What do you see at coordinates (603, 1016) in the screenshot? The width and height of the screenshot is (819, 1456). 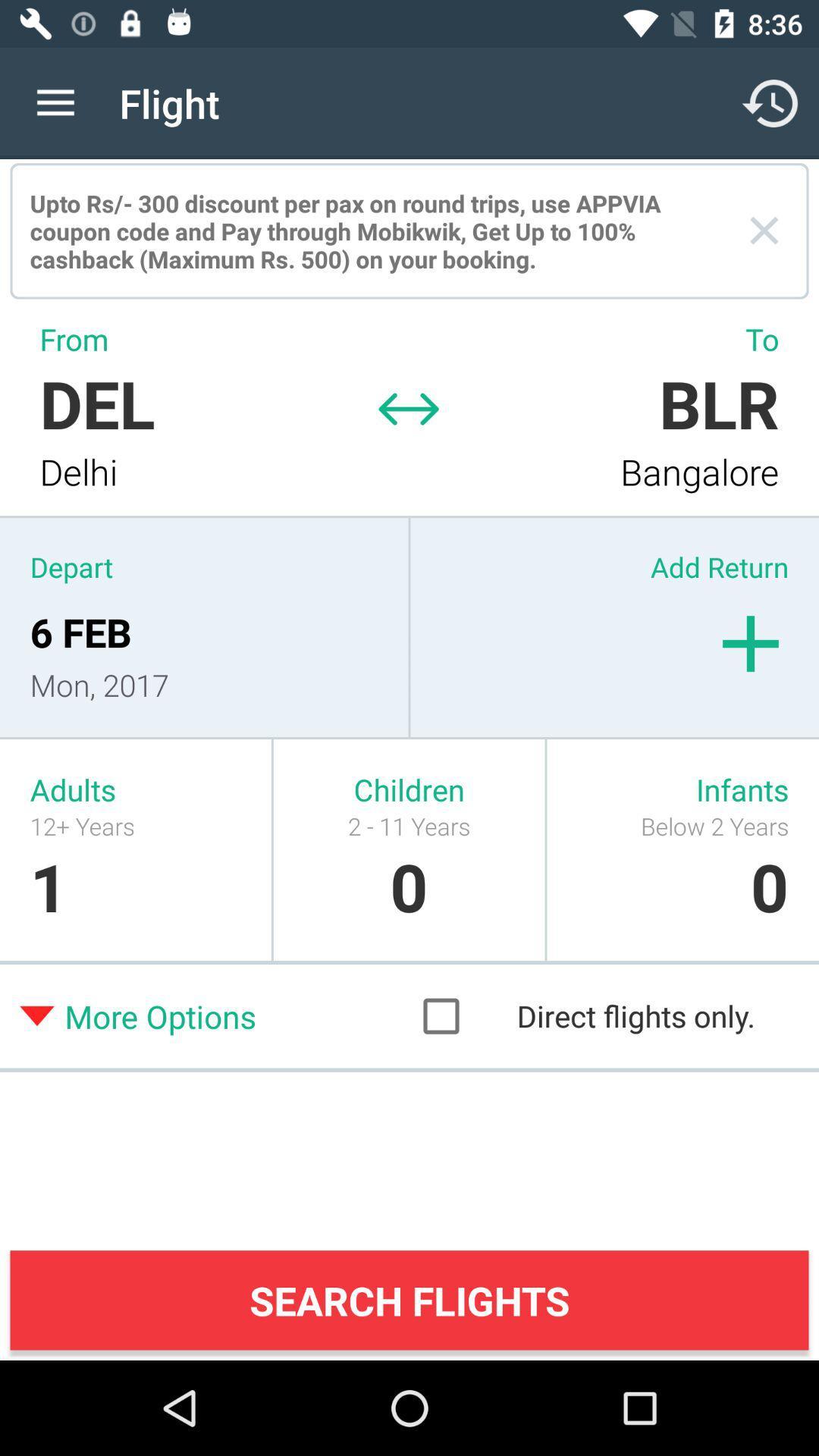 I see `the direct flights only. icon` at bounding box center [603, 1016].